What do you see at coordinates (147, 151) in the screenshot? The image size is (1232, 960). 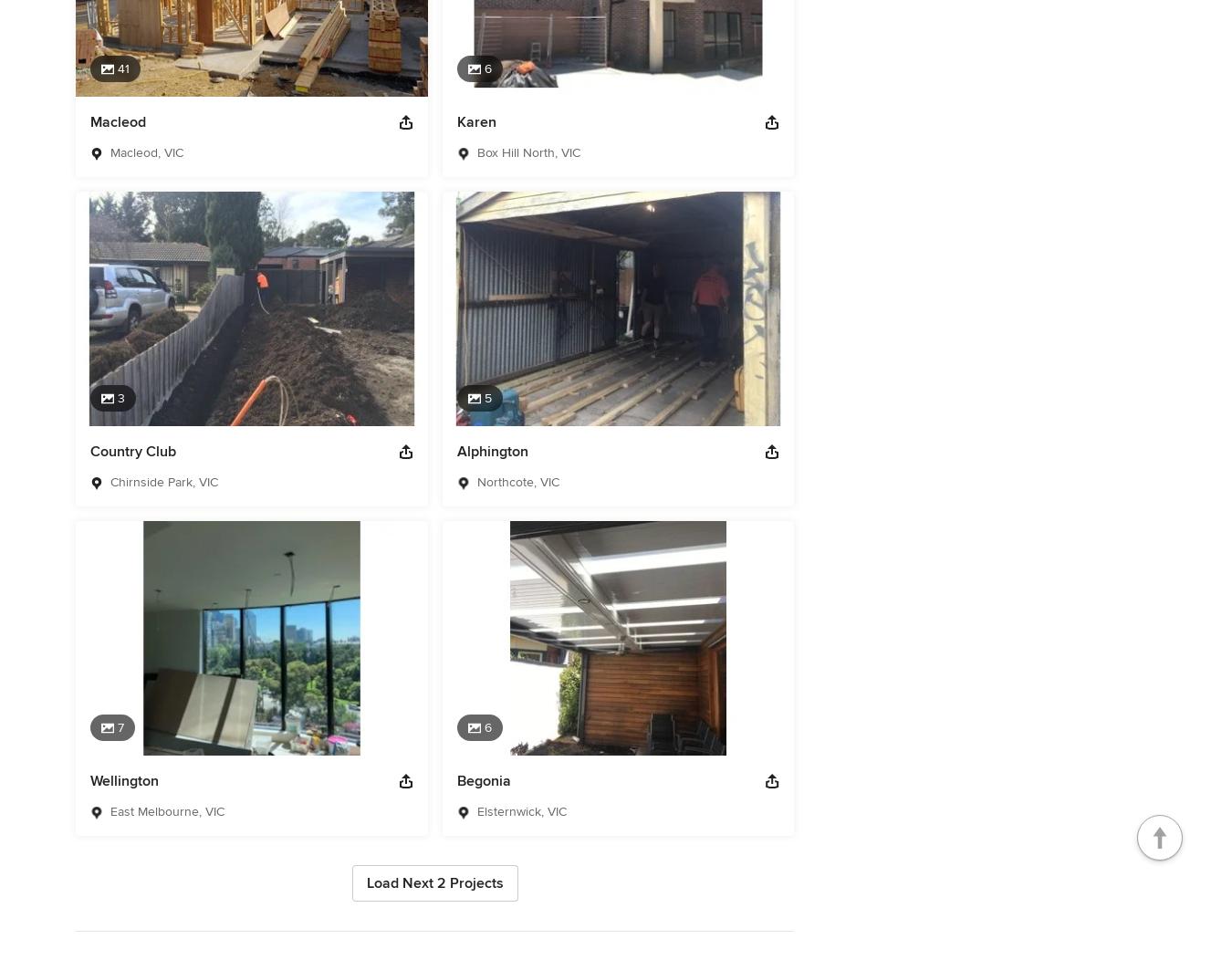 I see `'Macleod, VIC'` at bounding box center [147, 151].